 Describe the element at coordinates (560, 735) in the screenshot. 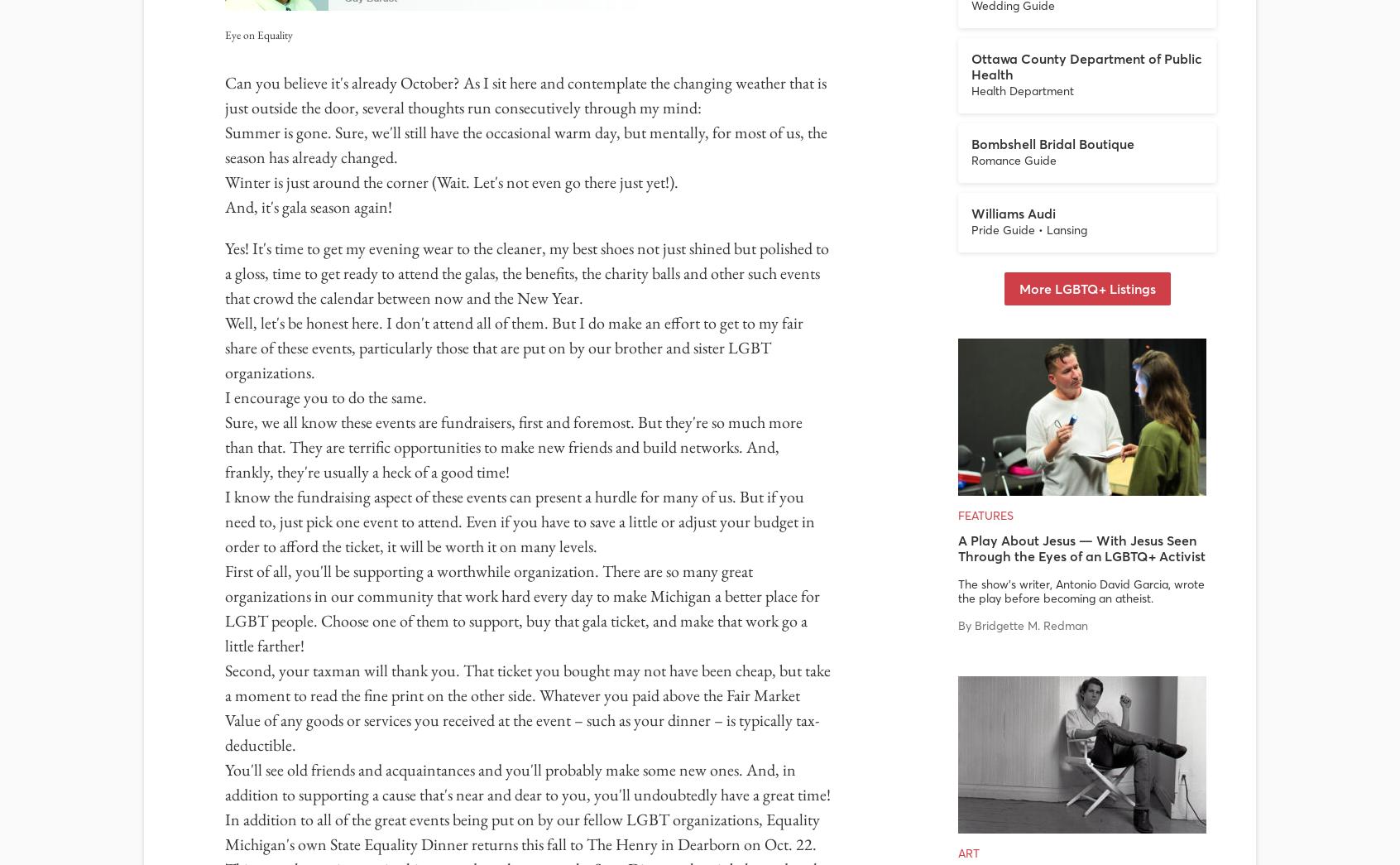

I see `'Features'` at that location.